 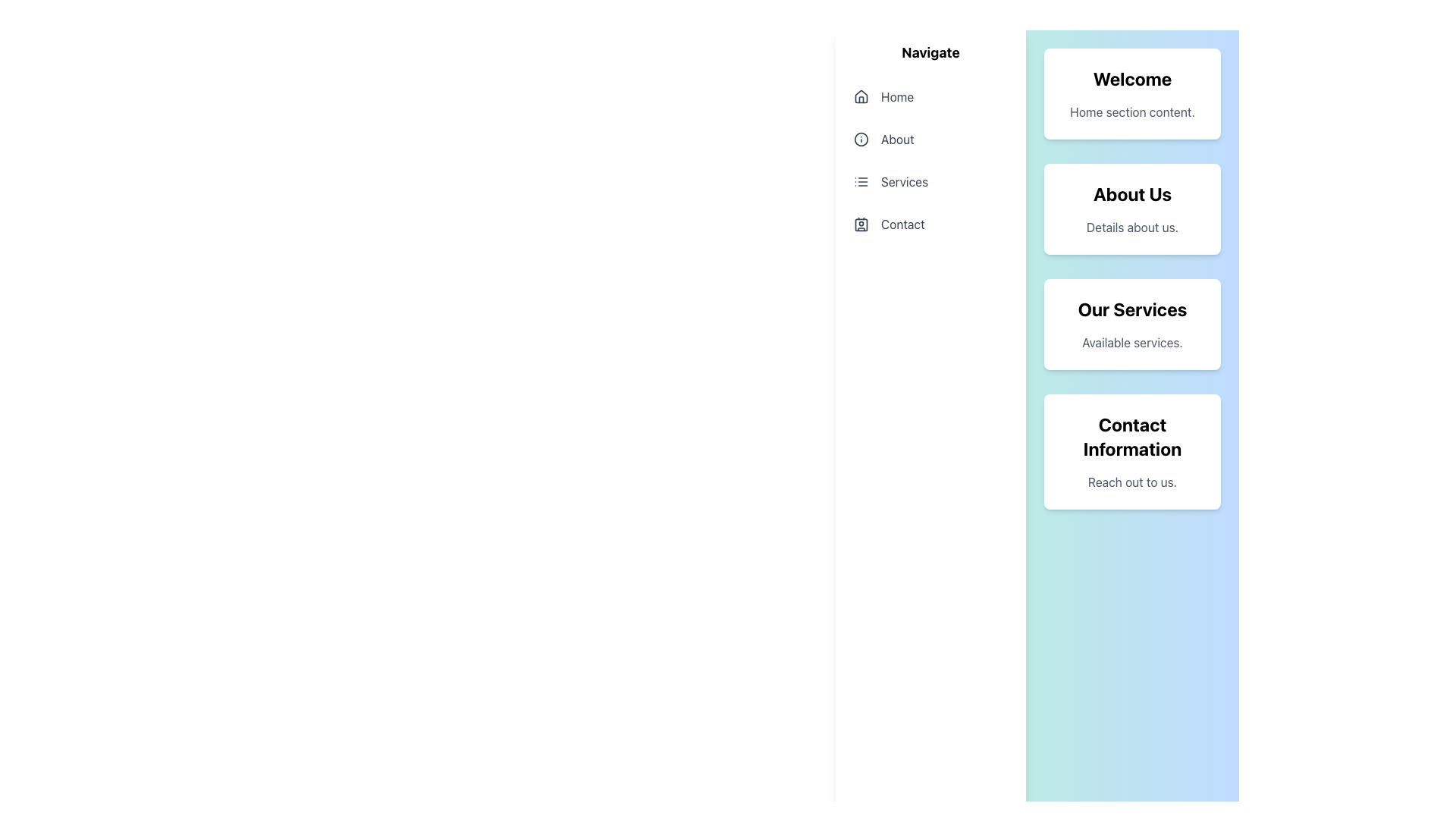 I want to click on the first interactive navigation link in the sidebar that redirects to the home section, so click(x=930, y=96).